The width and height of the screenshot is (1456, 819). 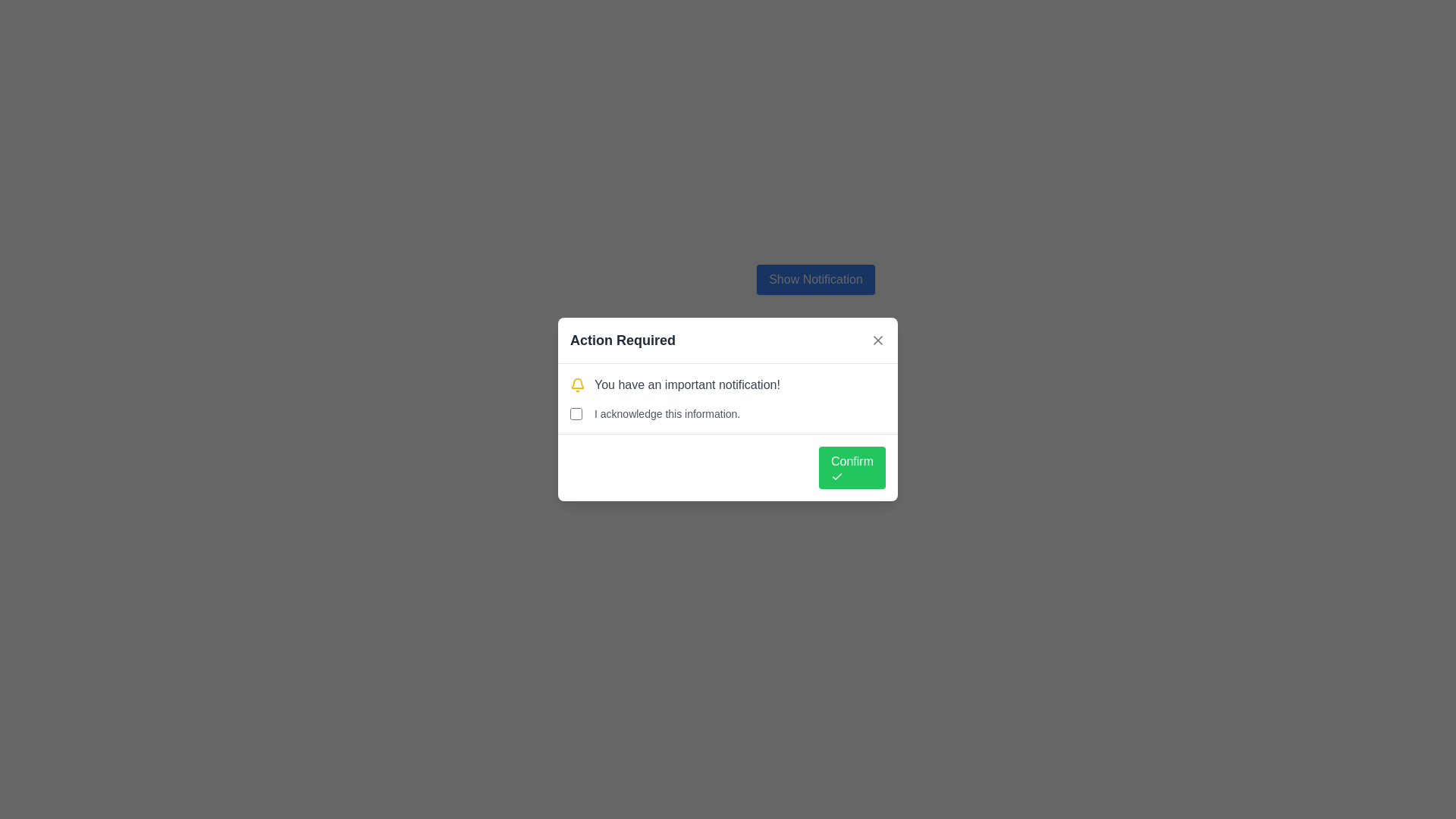 What do you see at coordinates (577, 384) in the screenshot?
I see `the bell icon which represents a notification, located on the left side of the notification prompt that states, 'You have an important notification!'` at bounding box center [577, 384].